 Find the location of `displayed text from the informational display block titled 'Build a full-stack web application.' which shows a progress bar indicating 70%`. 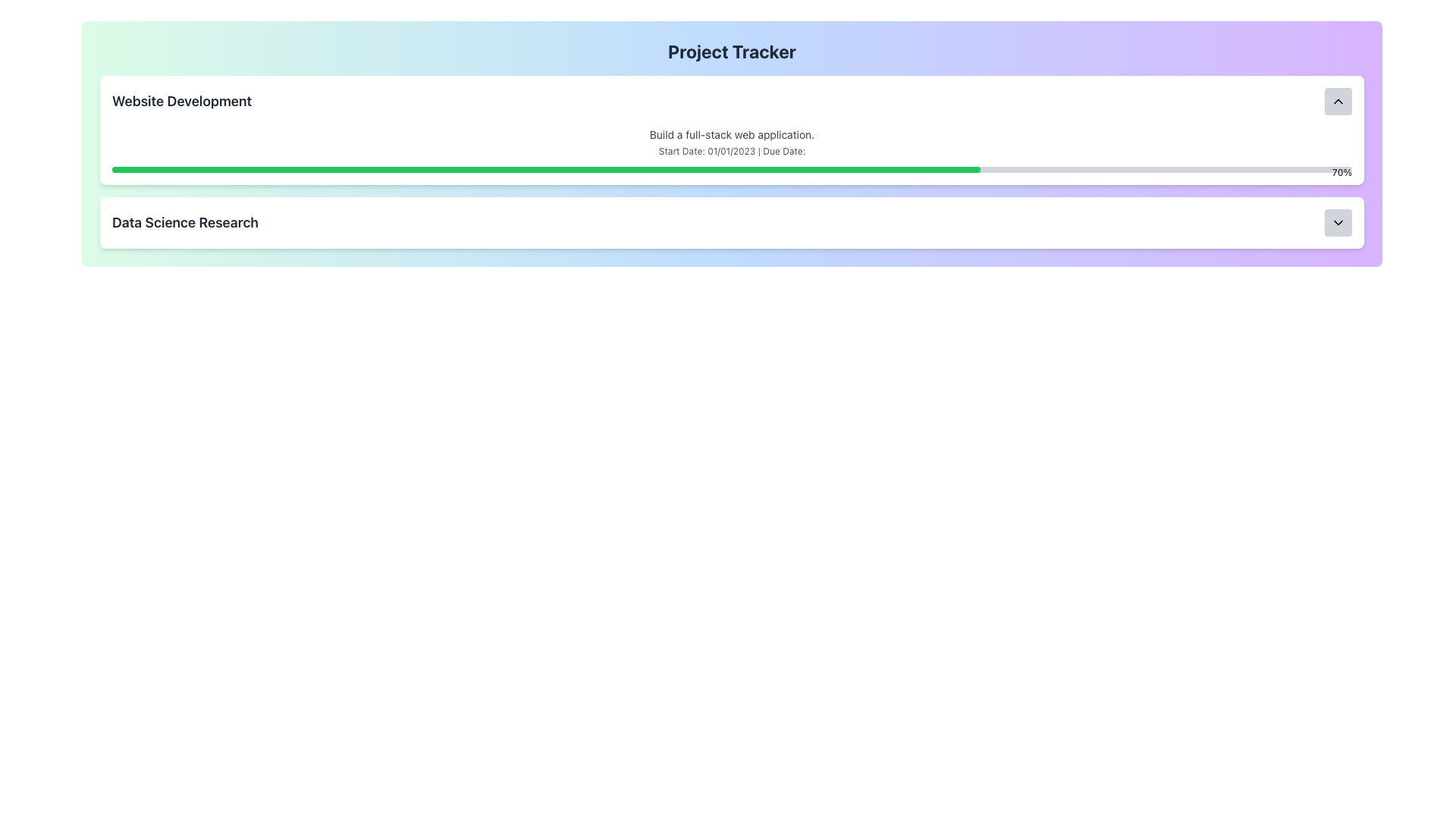

displayed text from the informational display block titled 'Build a full-stack web application.' which shows a progress bar indicating 70% is located at coordinates (732, 149).